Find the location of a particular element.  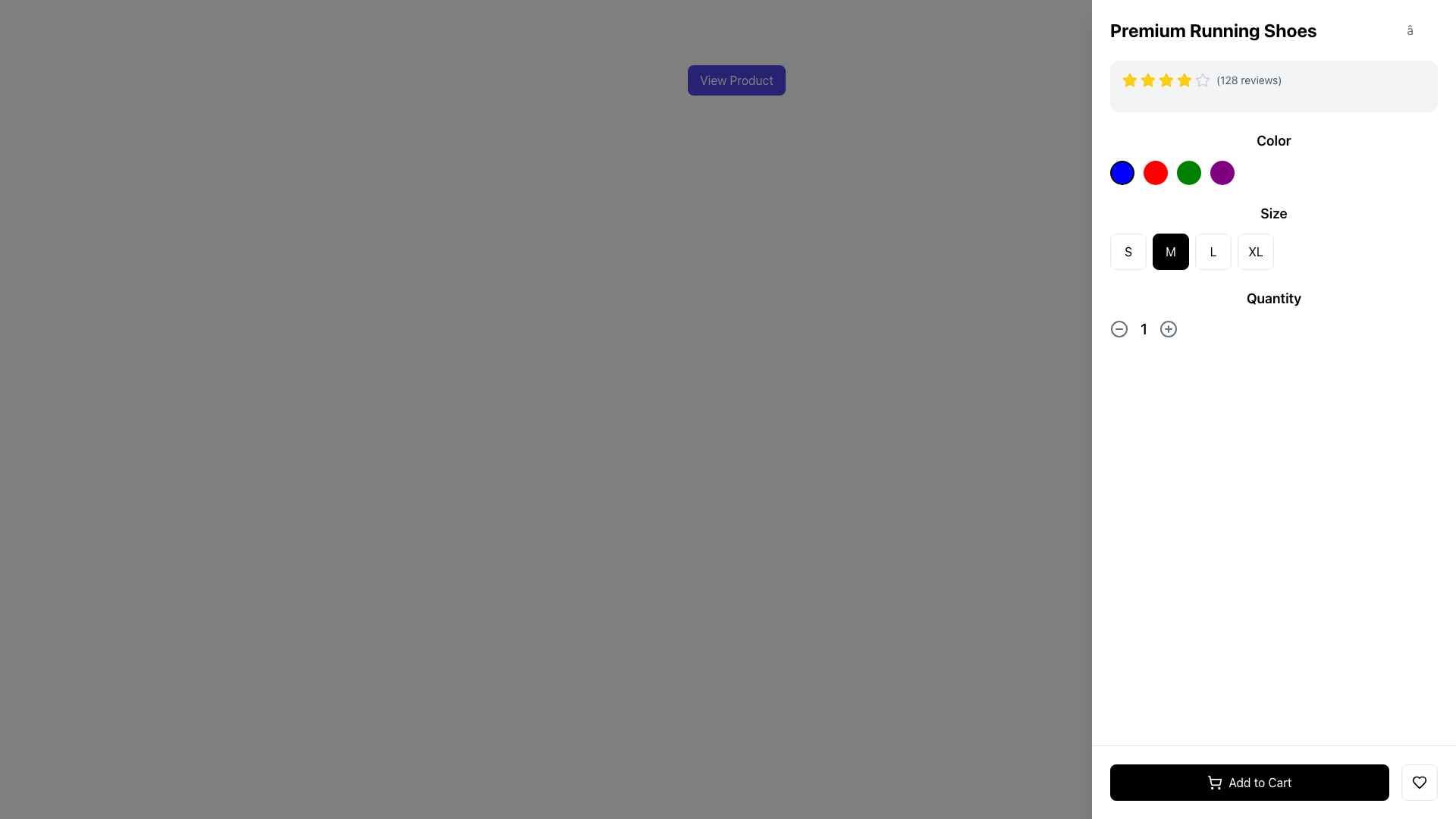

the static text label displaying the word 'Color', which is styled prominently in a bold font and located on the right side of the interface, centrally aligned above the color selection options is located at coordinates (1274, 140).